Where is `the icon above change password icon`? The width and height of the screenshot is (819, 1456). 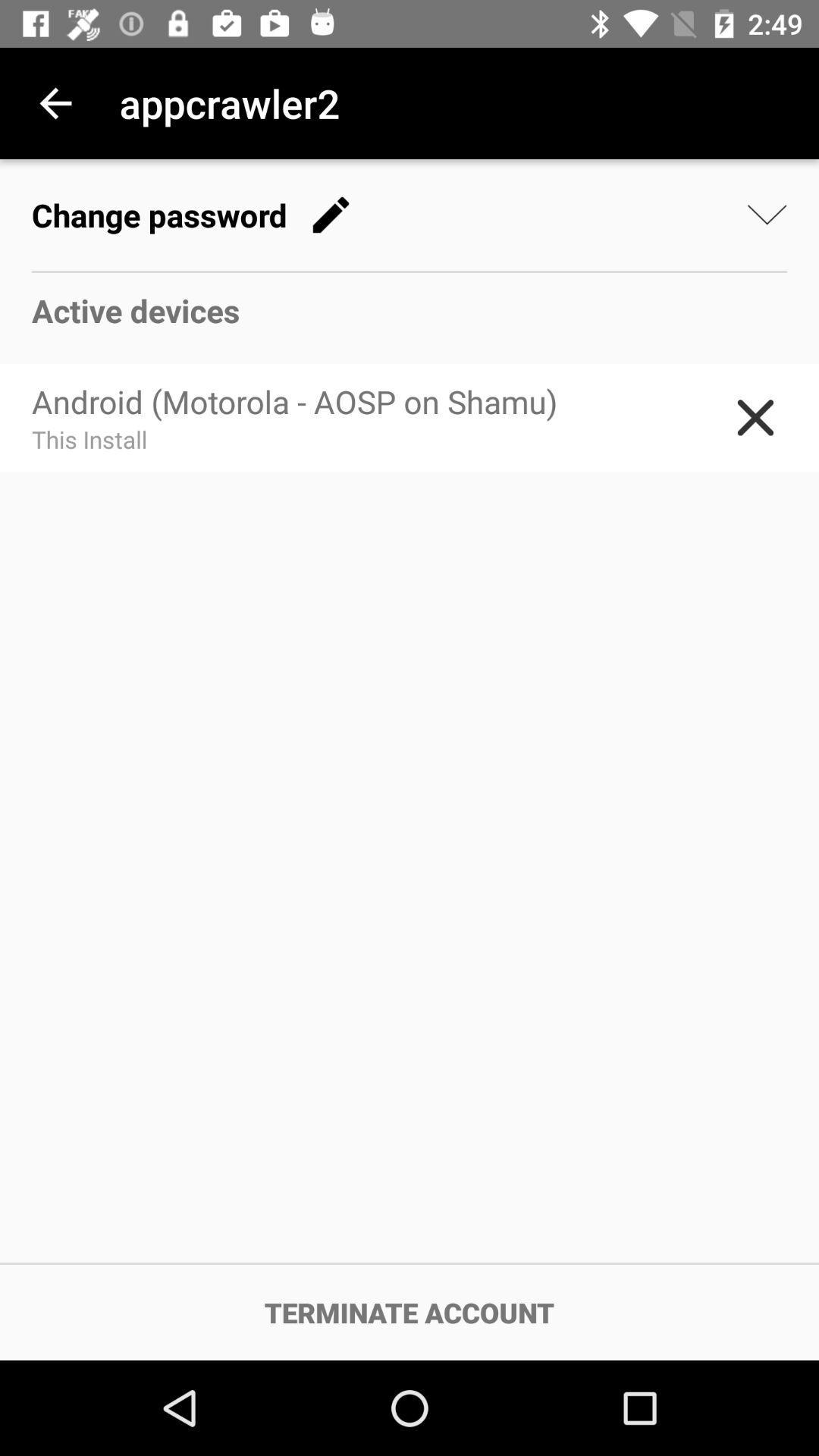 the icon above change password icon is located at coordinates (55, 102).